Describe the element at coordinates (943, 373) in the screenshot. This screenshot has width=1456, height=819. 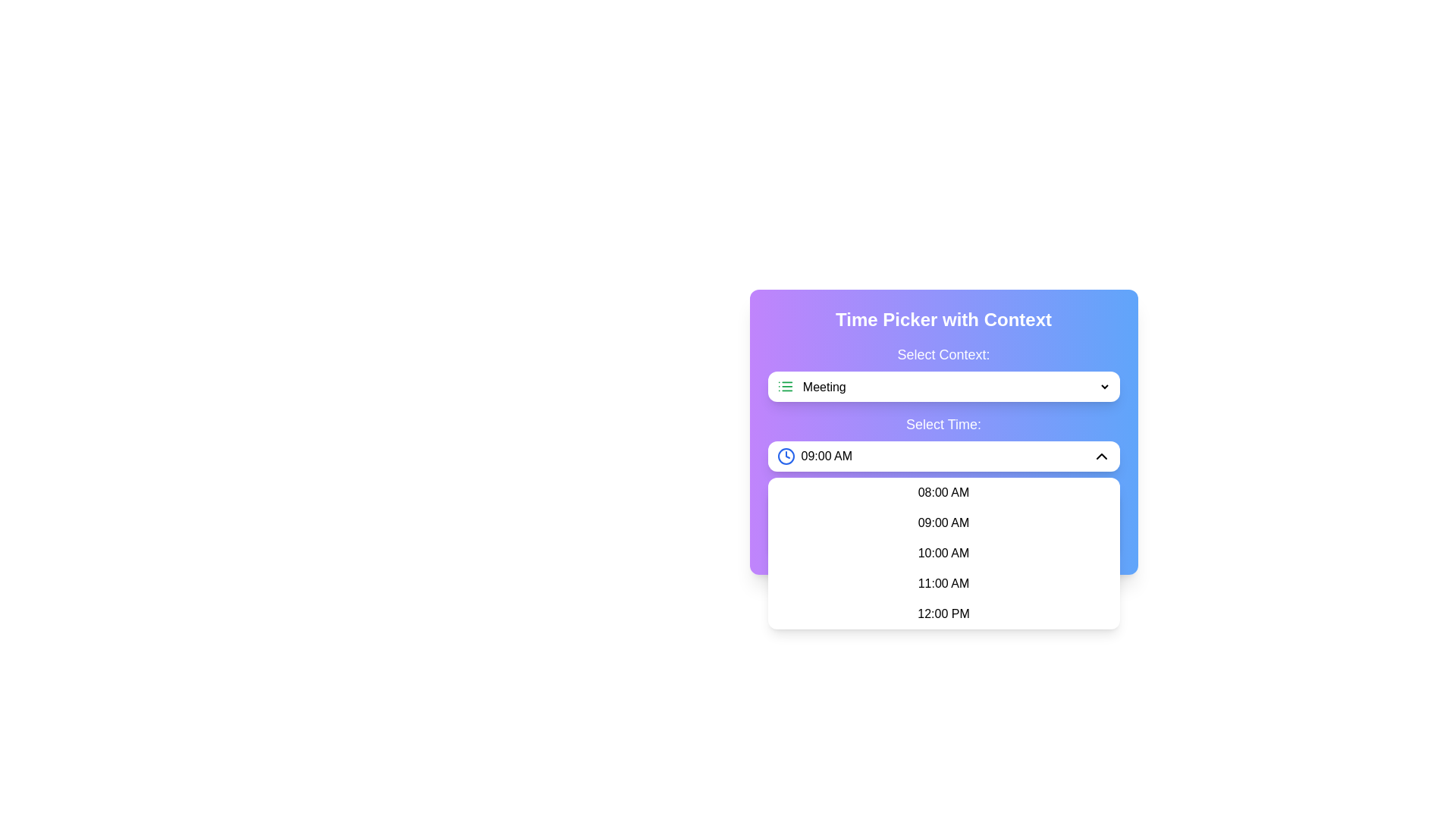
I see `the 'Select Context:' label above the dropdown menu to gather more information` at that location.